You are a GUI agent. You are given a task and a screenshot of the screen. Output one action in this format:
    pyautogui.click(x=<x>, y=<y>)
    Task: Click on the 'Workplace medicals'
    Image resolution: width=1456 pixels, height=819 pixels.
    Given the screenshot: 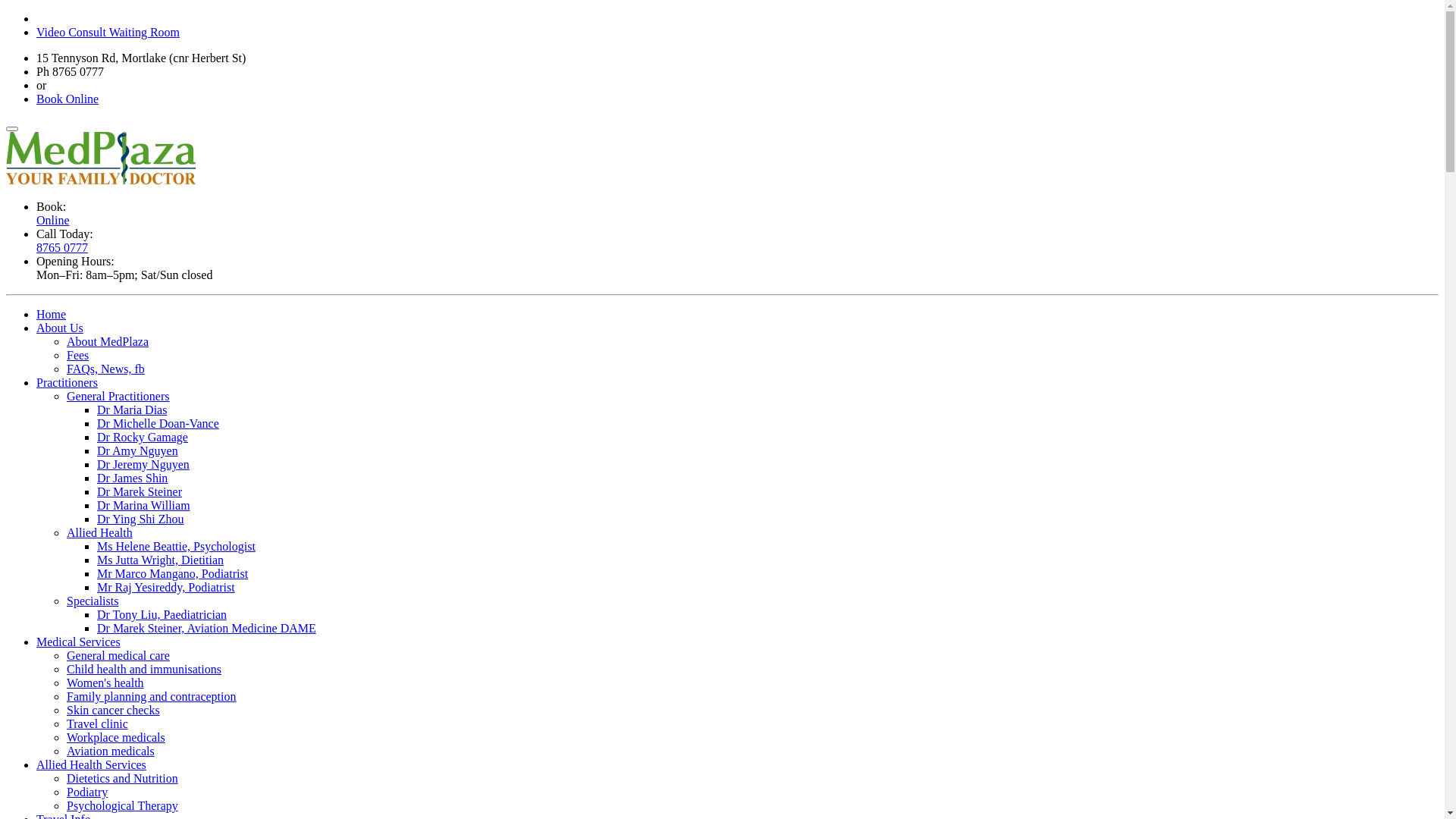 What is the action you would take?
    pyautogui.click(x=115, y=736)
    